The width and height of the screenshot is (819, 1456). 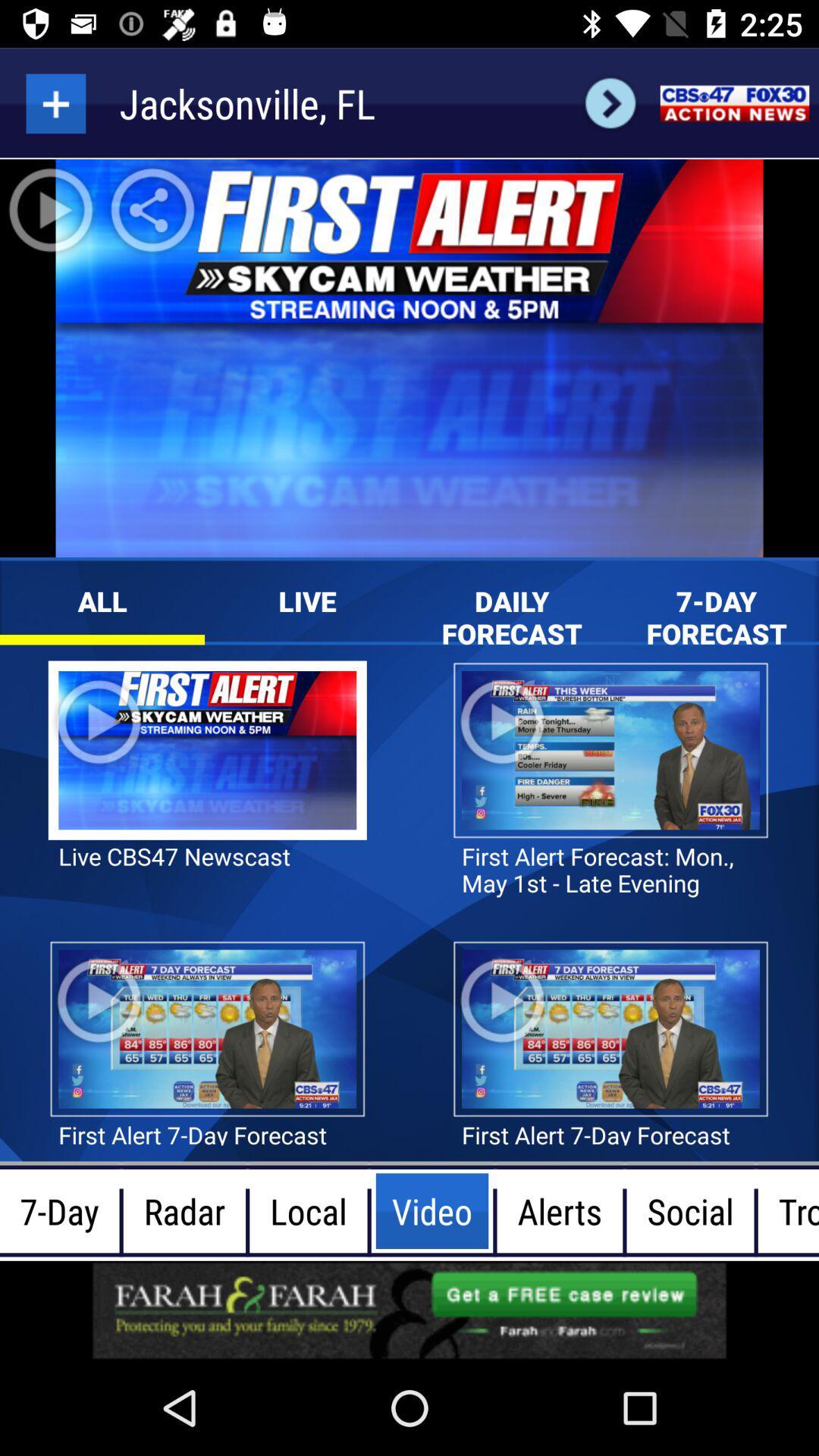 I want to click on the add icon, so click(x=55, y=102).